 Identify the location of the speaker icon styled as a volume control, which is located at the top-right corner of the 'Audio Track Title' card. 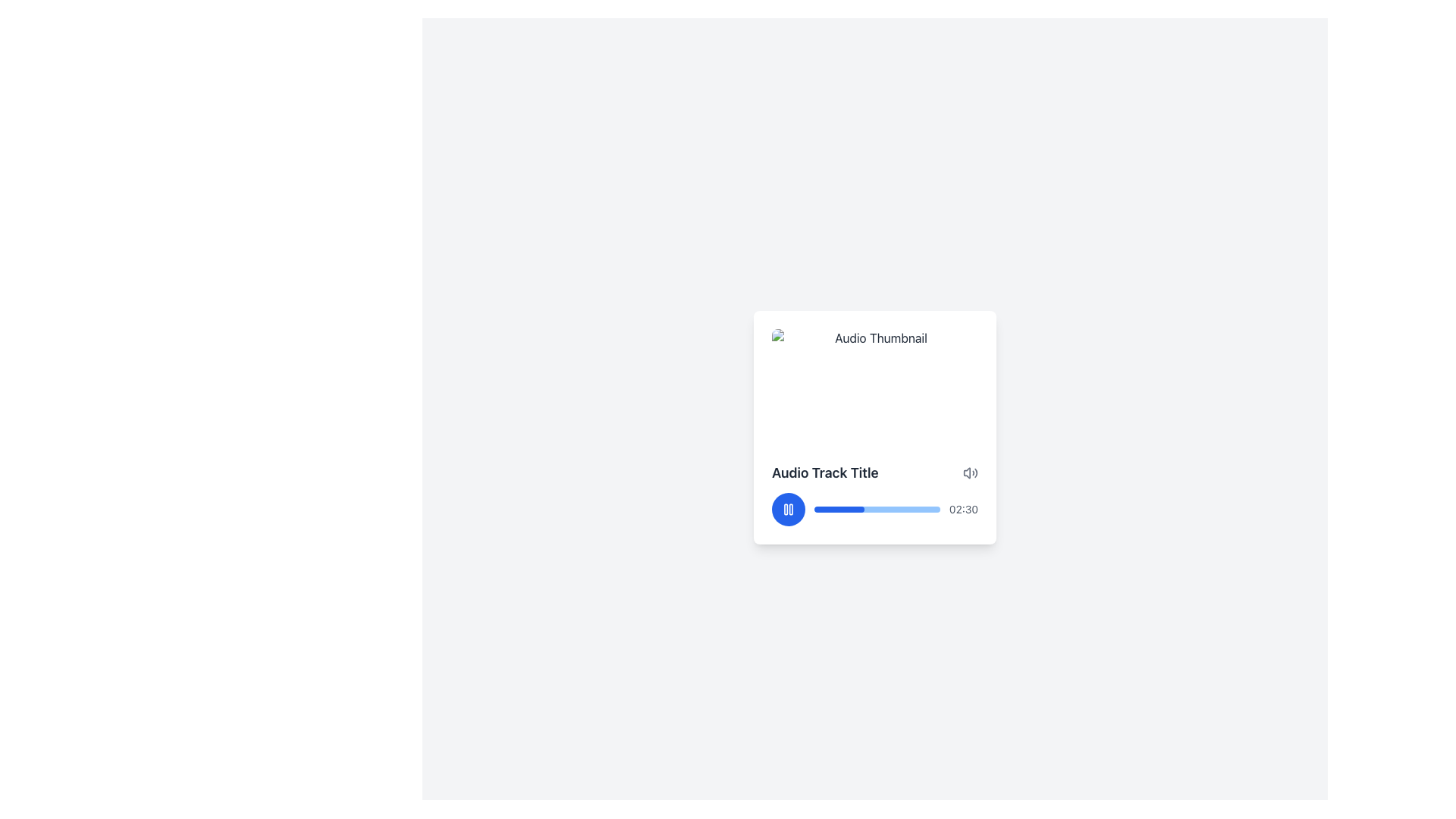
(971, 472).